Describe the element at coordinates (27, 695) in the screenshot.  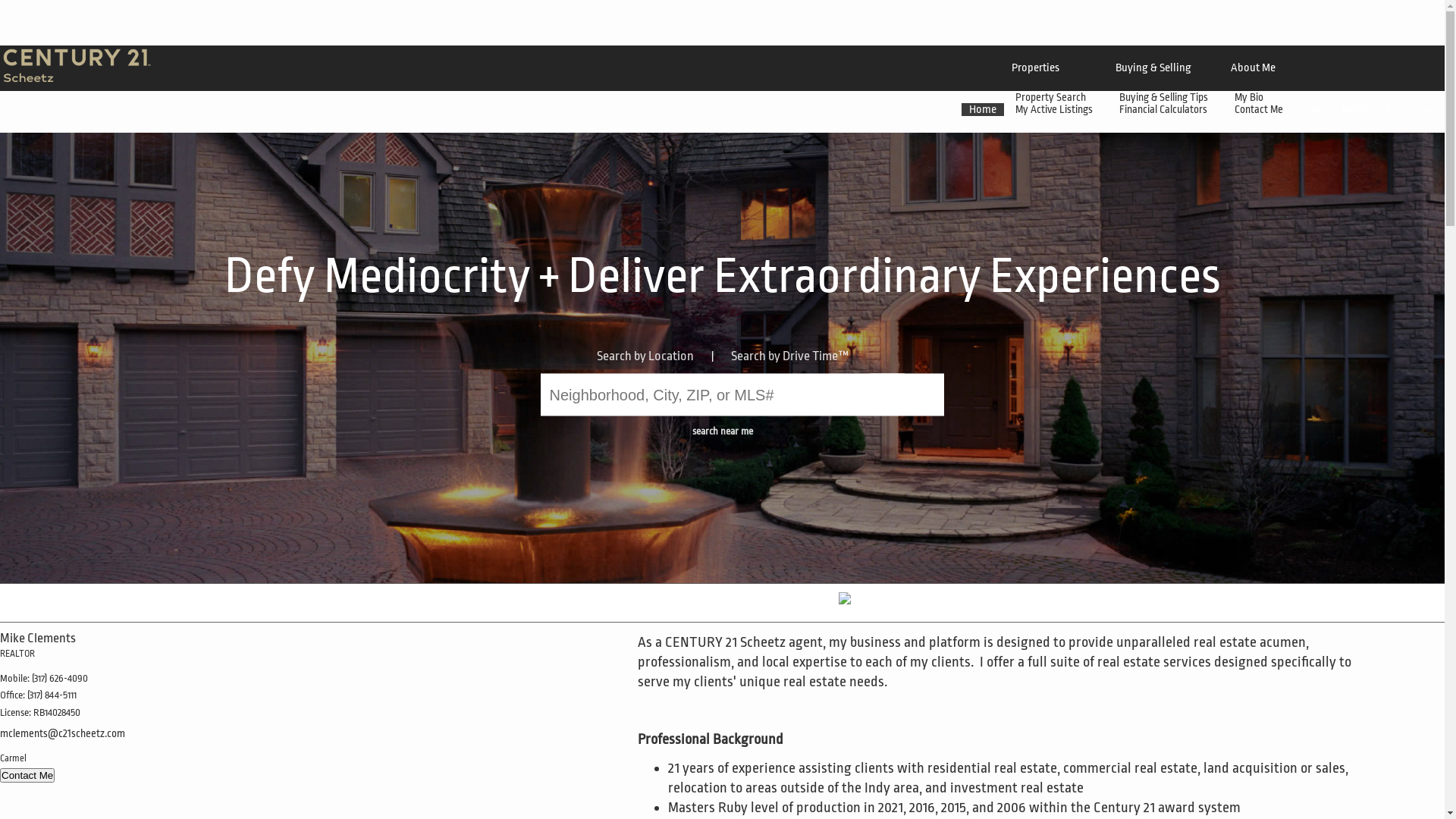
I see `'(317) 844-5111'` at that location.